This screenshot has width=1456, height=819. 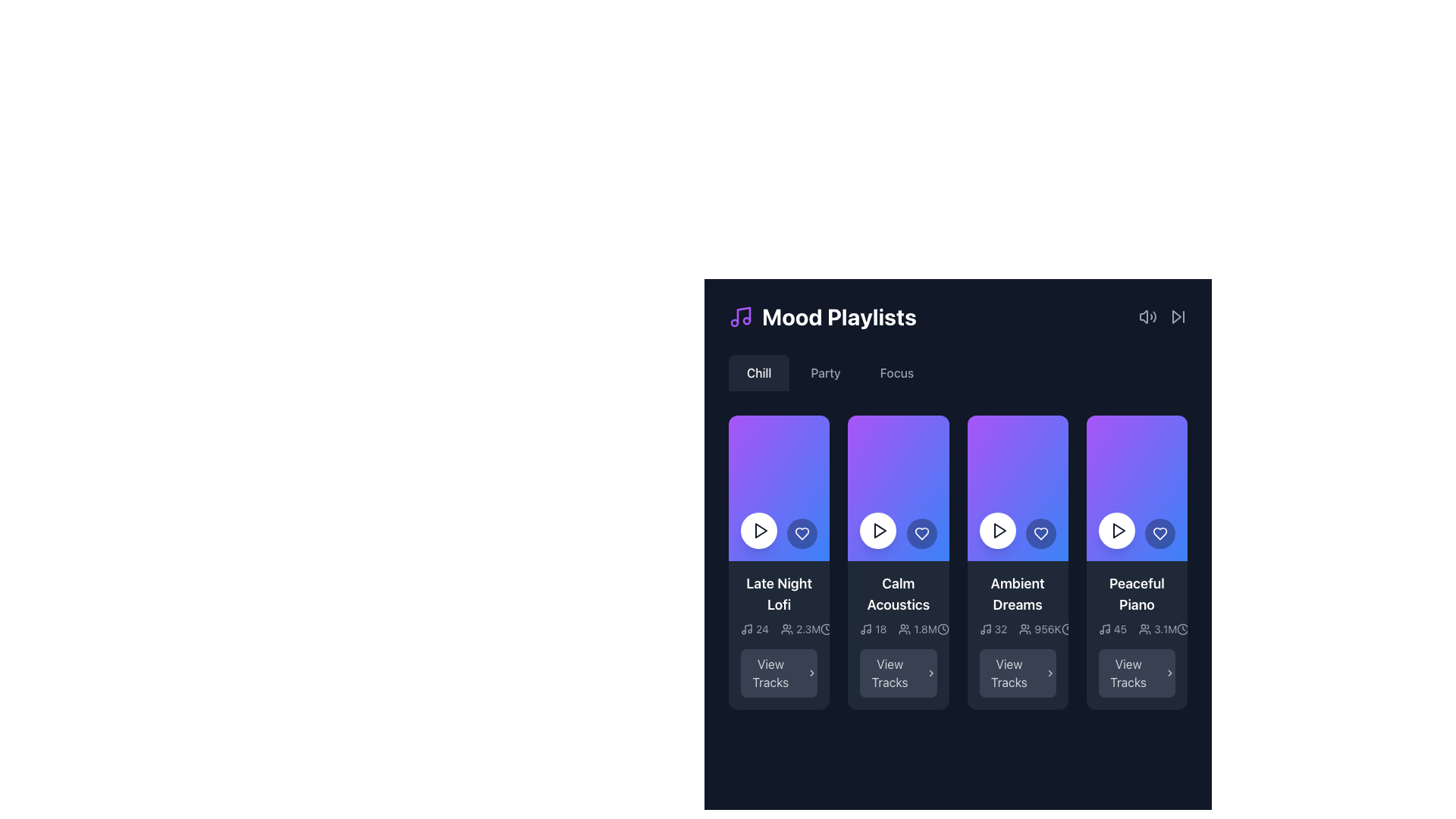 I want to click on the 'like' button located in the lower-right corner of the 'Ambient Dreams' playlist card to indicate preference for the playlist, so click(x=1040, y=533).